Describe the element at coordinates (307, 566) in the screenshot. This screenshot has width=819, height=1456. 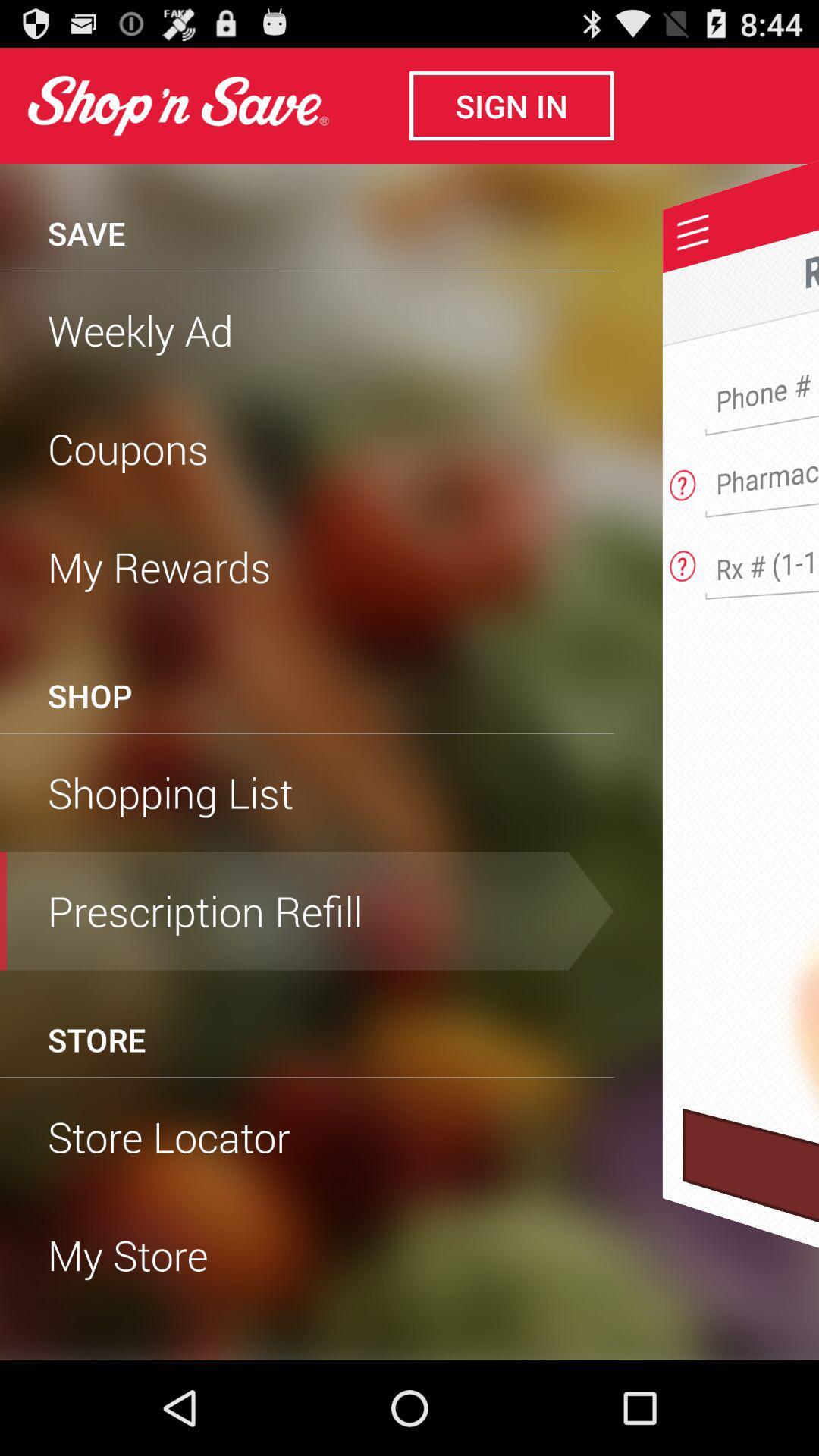
I see `the icon below coupons icon` at that location.